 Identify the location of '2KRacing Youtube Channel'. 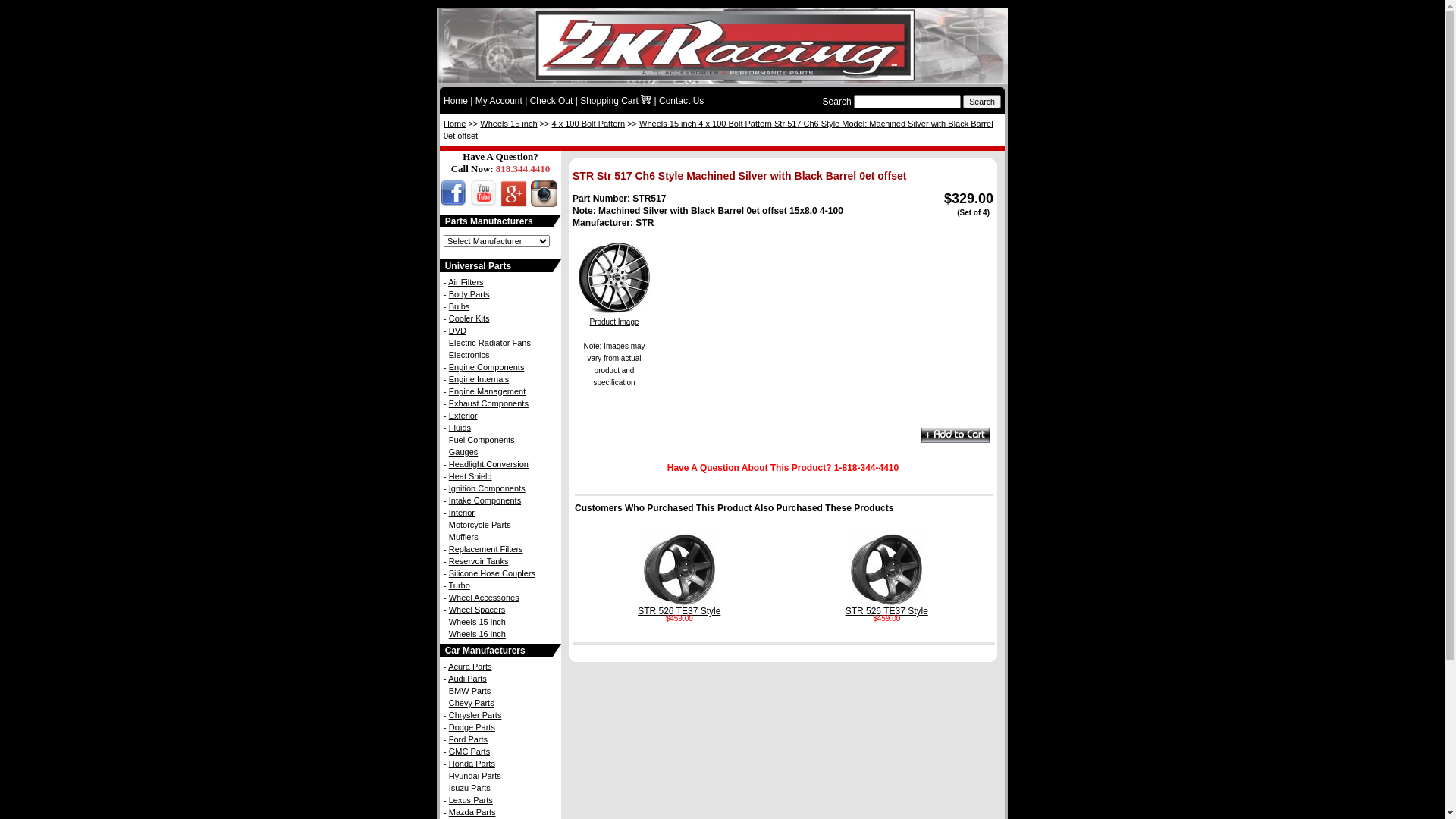
(480, 202).